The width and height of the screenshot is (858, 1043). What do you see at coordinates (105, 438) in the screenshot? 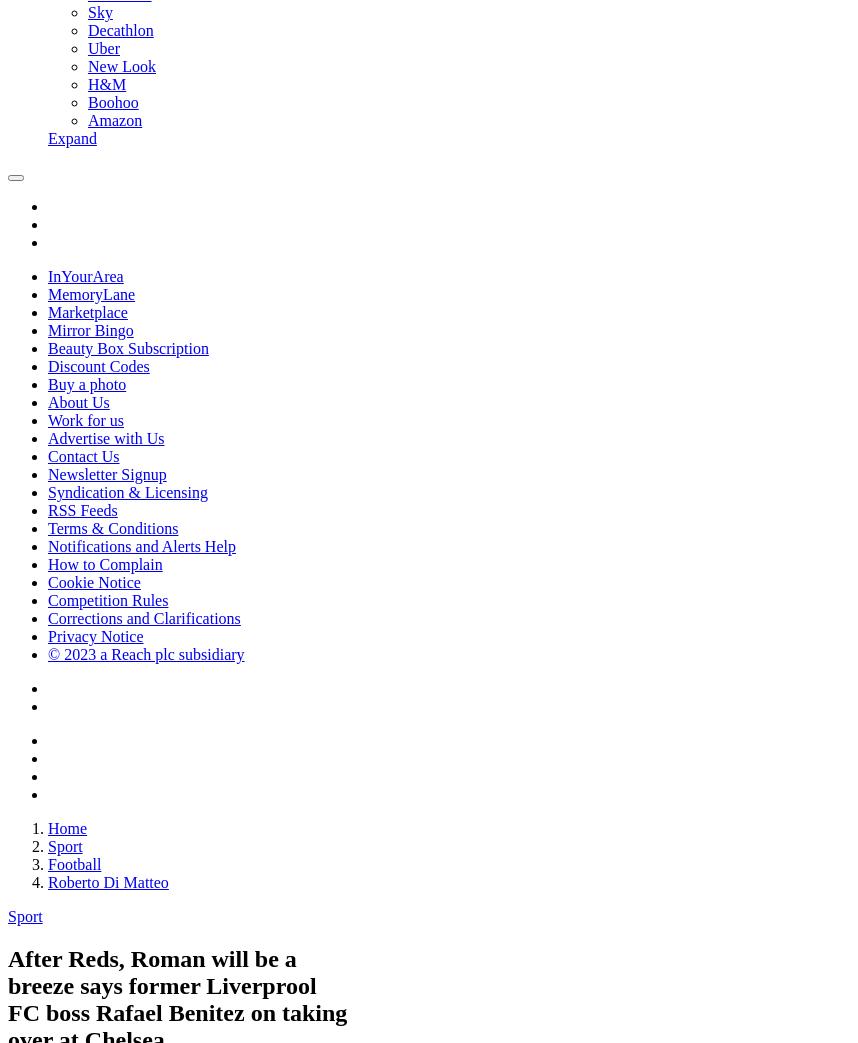
I see `'Advertise with Us'` at bounding box center [105, 438].